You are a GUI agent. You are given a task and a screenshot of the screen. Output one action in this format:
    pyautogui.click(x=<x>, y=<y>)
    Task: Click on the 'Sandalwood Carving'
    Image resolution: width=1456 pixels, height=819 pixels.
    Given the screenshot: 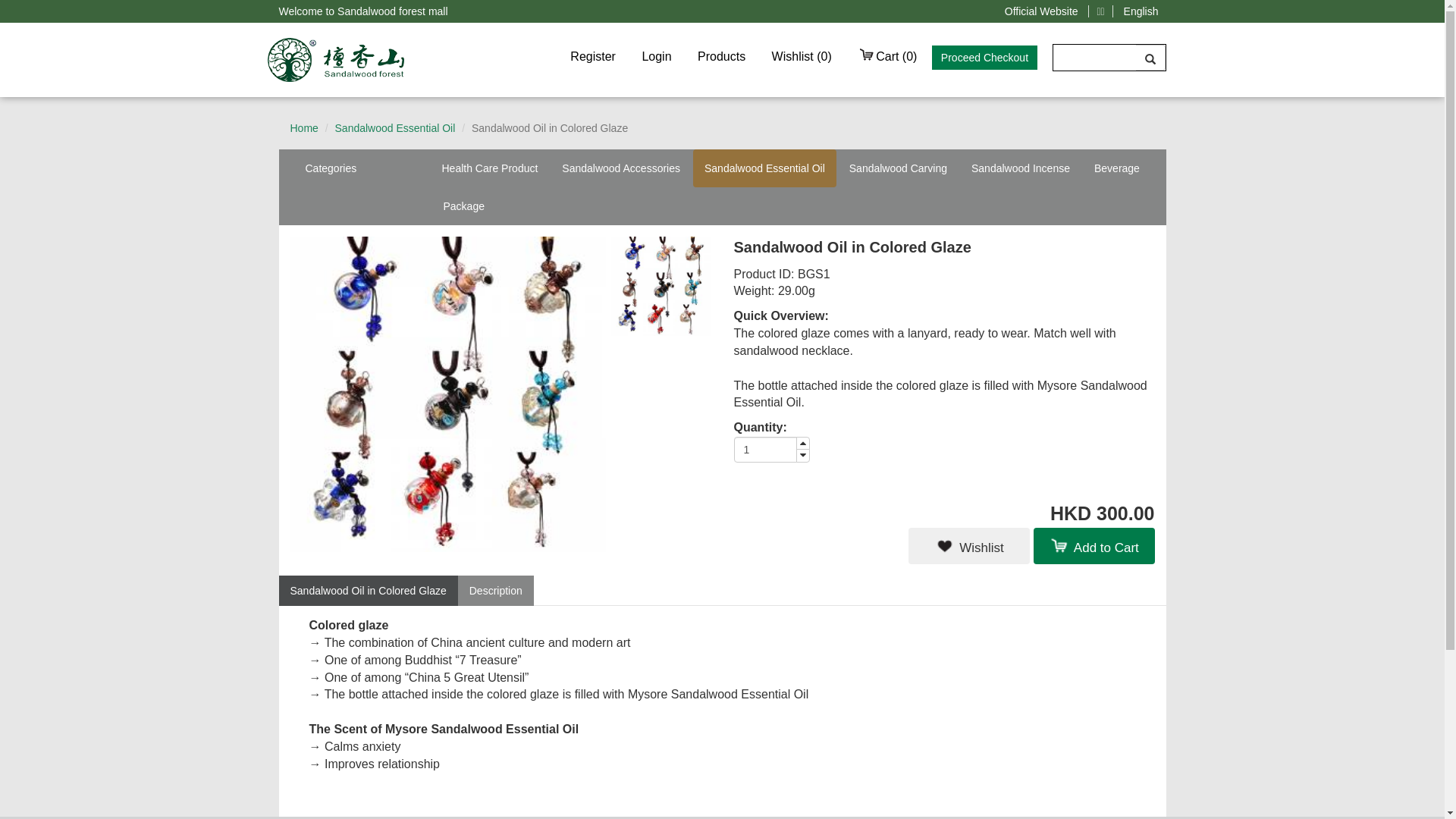 What is the action you would take?
    pyautogui.click(x=898, y=168)
    